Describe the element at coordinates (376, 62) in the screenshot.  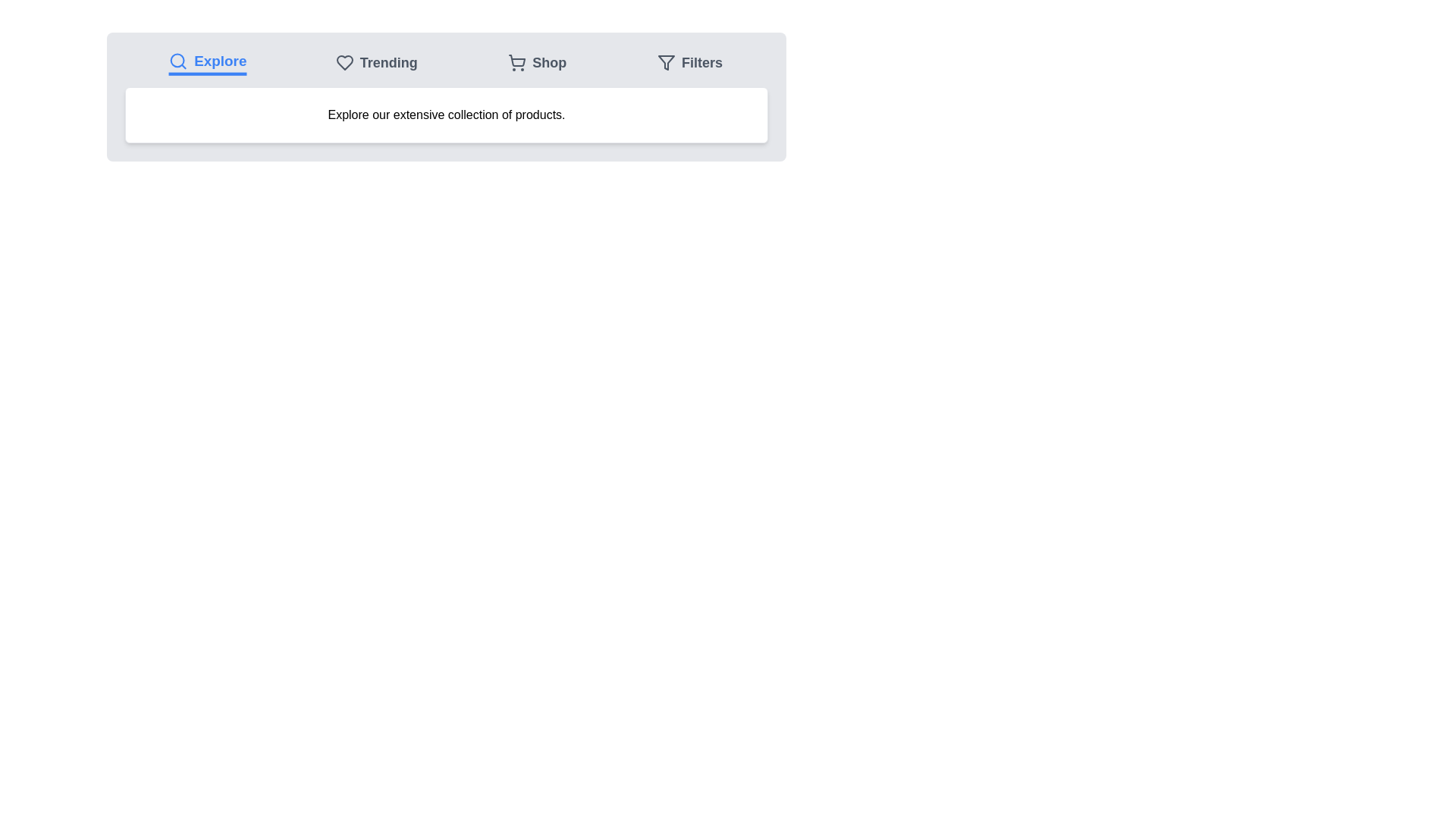
I see `the tab labeled 'Trending' to navigate to its content` at that location.